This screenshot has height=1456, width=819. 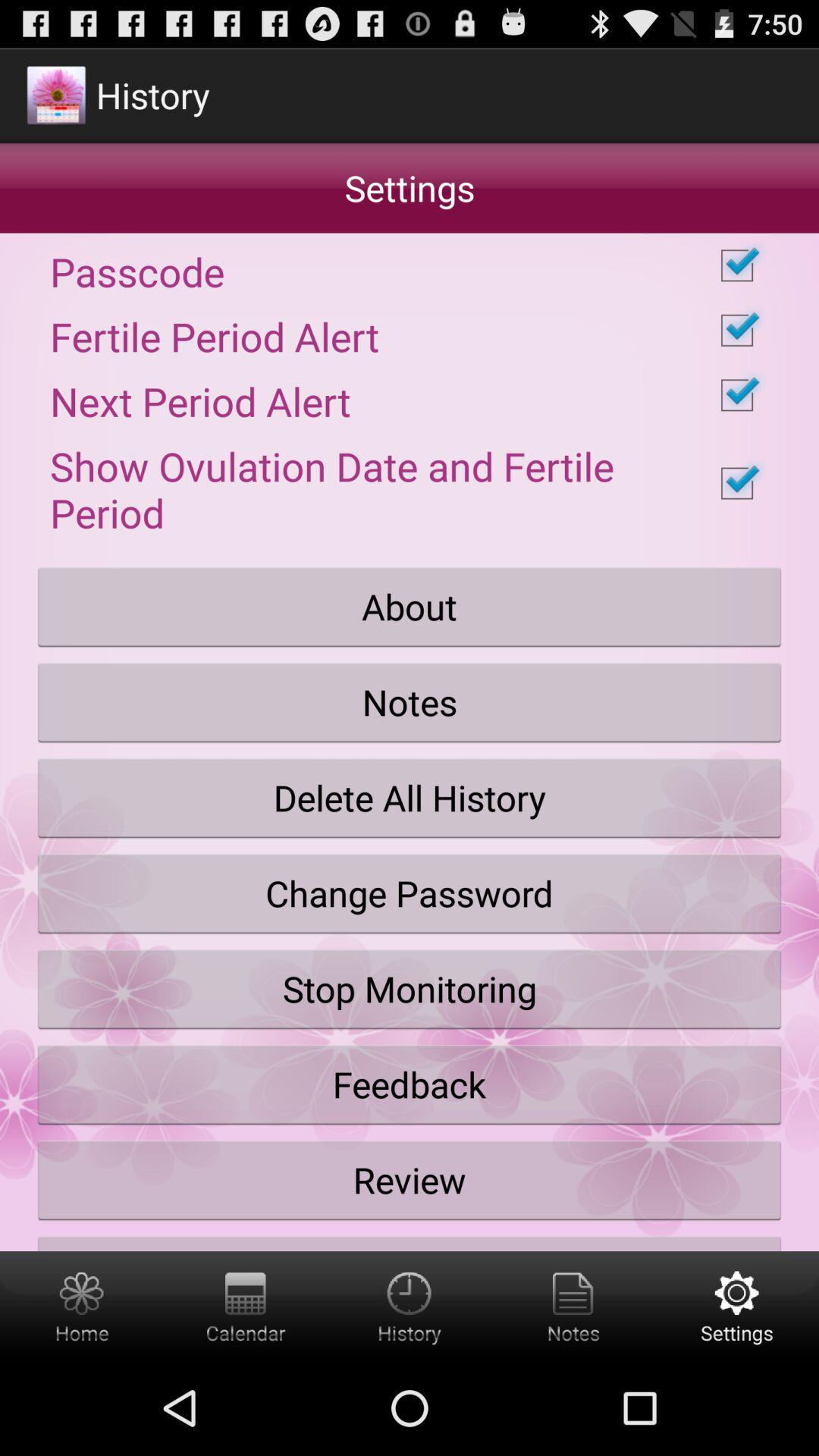 What do you see at coordinates (736, 1305) in the screenshot?
I see `settings button` at bounding box center [736, 1305].